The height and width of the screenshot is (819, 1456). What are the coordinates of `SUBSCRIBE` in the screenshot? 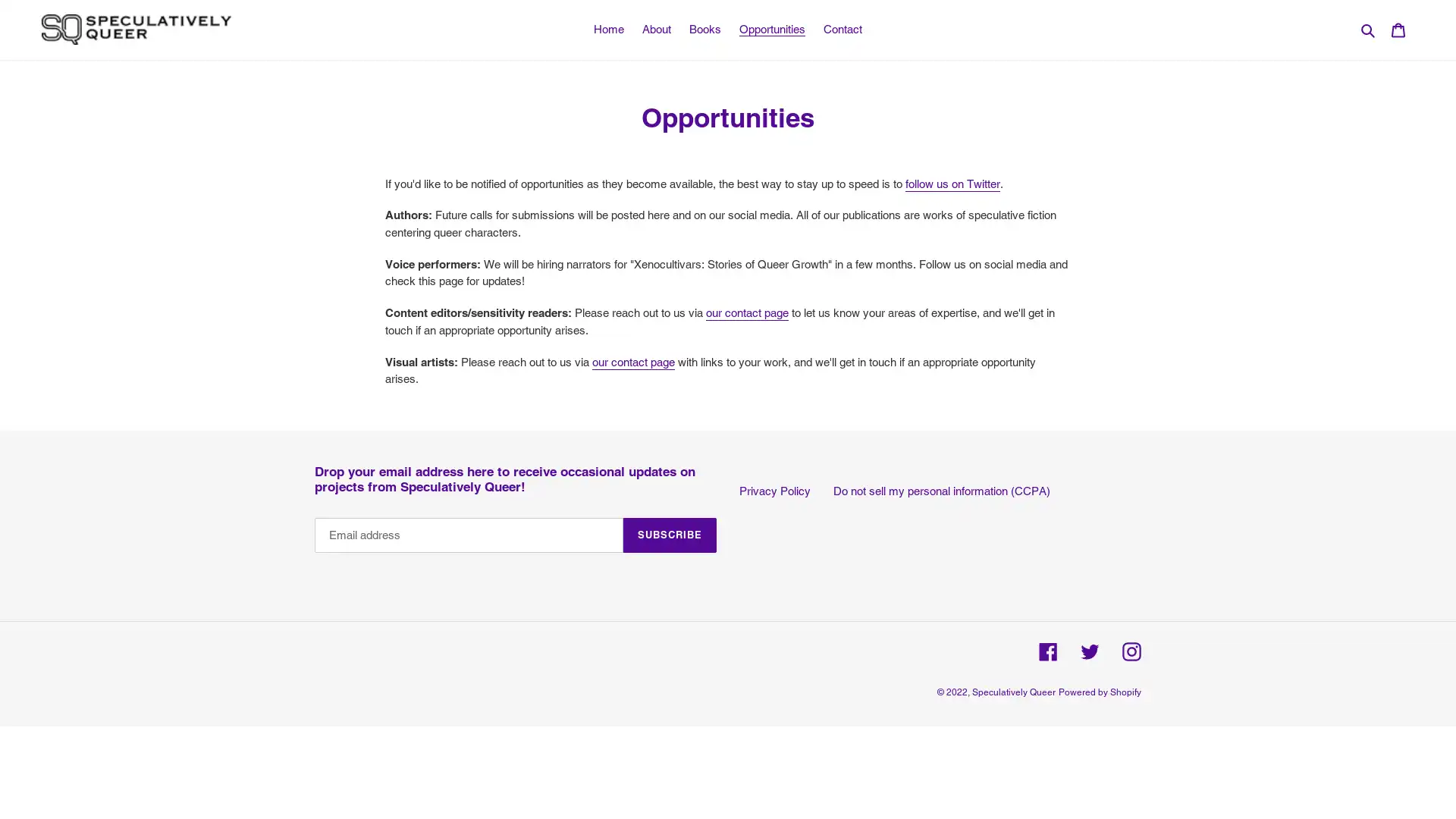 It's located at (669, 534).